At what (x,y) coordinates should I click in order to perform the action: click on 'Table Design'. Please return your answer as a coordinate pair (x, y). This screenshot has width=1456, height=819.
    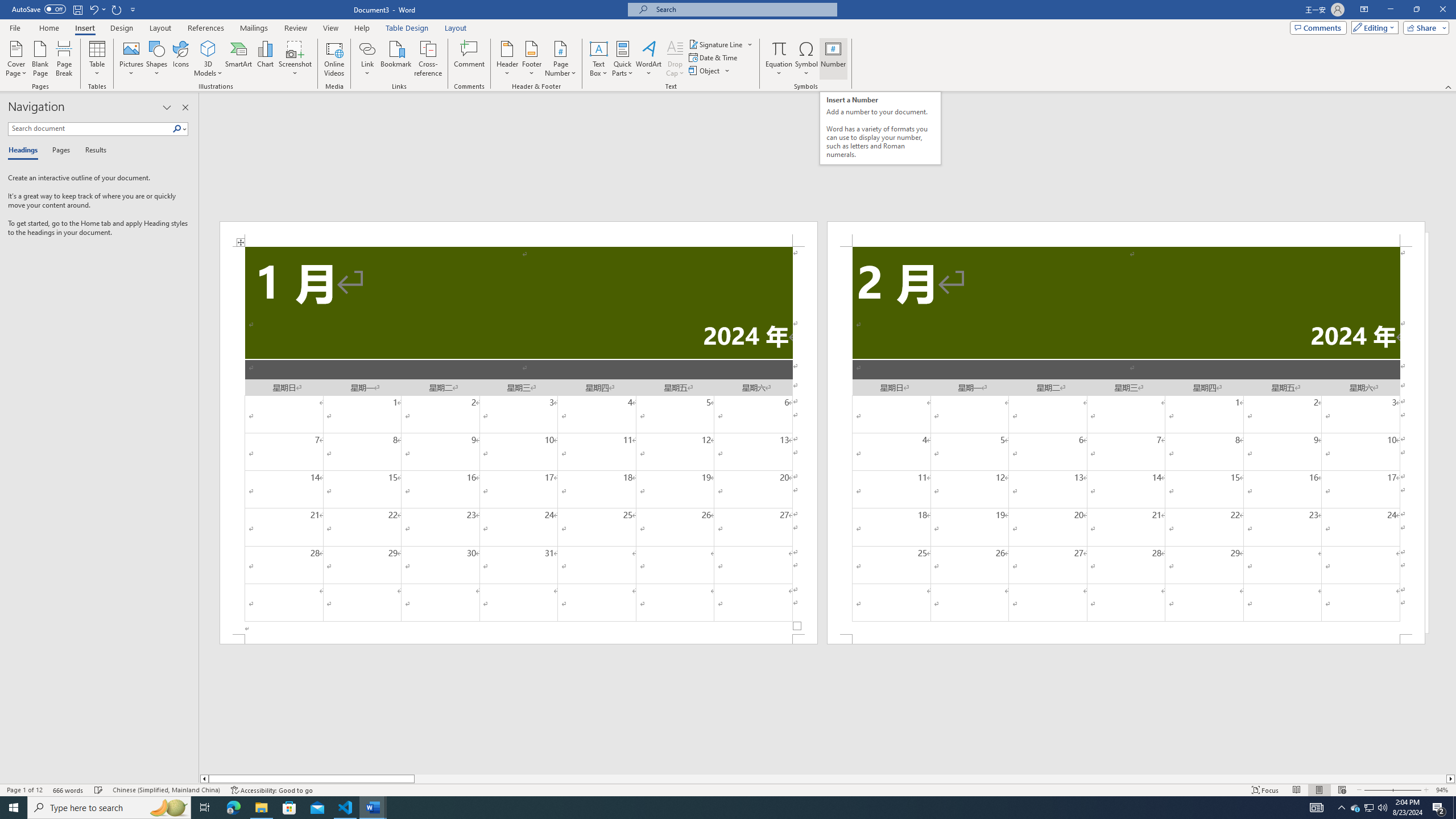
    Looking at the image, I should click on (407, 28).